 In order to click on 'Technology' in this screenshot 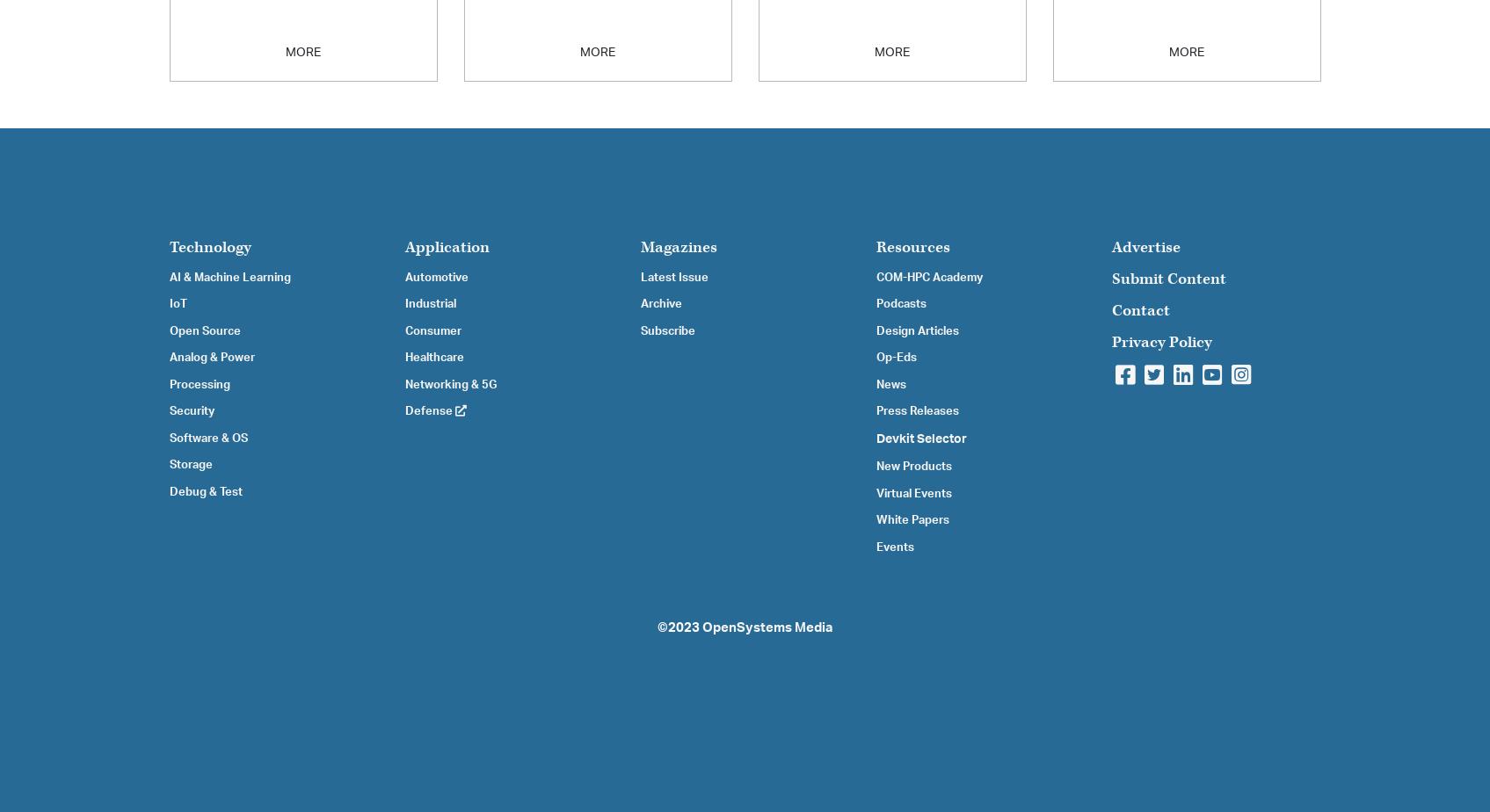, I will do `click(208, 246)`.